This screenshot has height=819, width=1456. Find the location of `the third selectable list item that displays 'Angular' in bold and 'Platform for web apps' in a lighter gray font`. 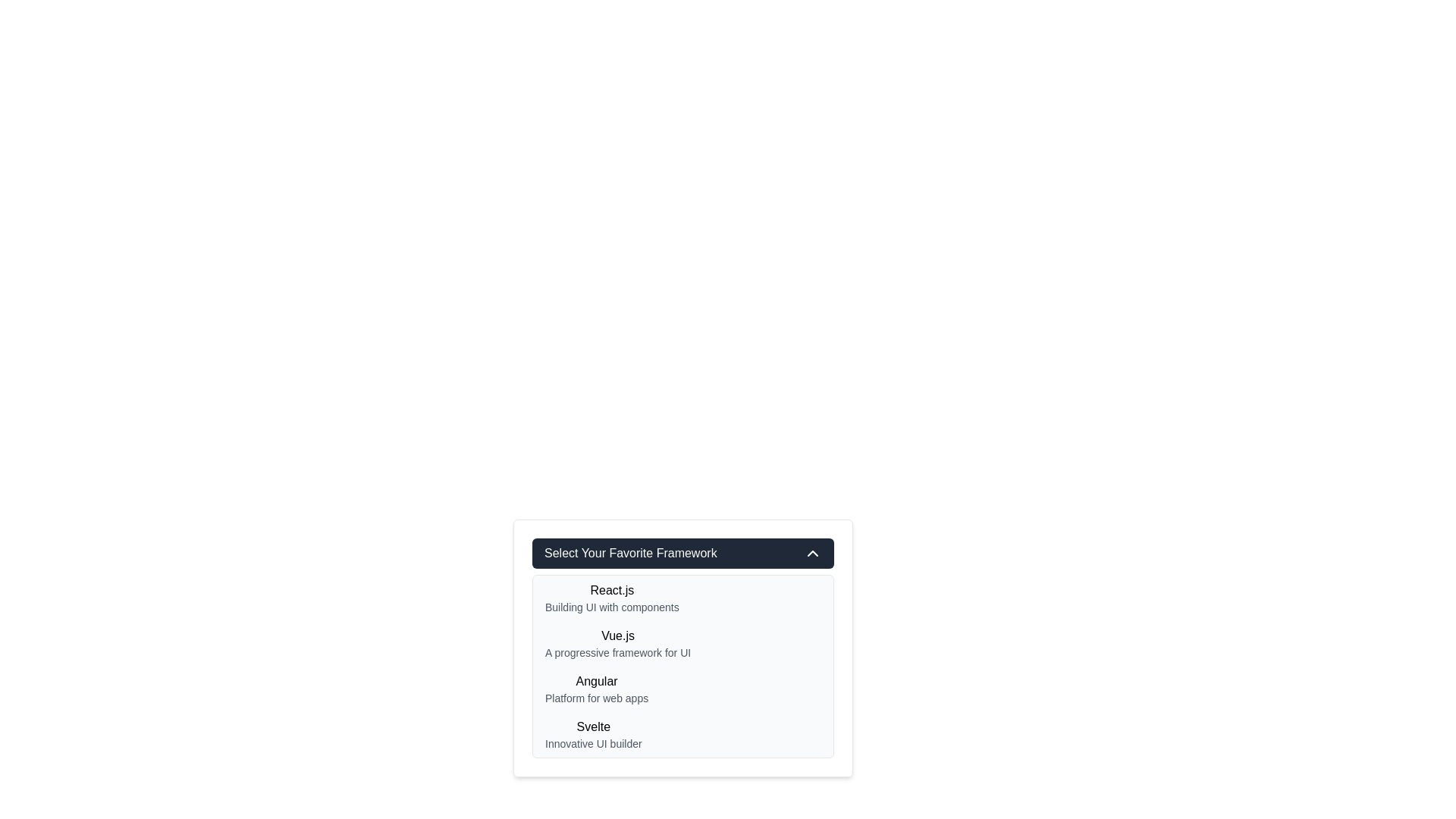

the third selectable list item that displays 'Angular' in bold and 'Platform for web apps' in a lighter gray font is located at coordinates (682, 689).